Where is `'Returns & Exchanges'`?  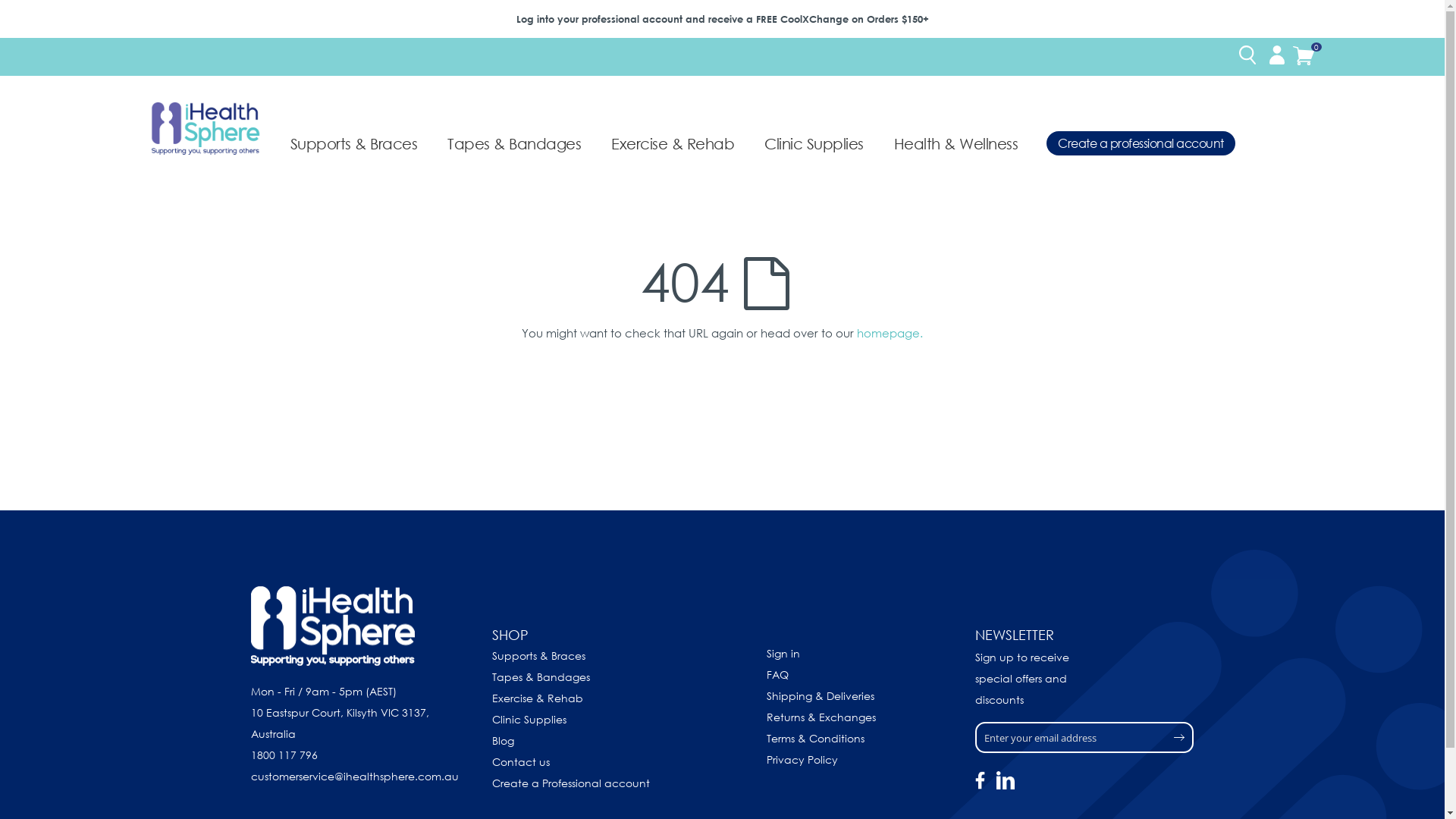
'Returns & Exchanges' is located at coordinates (821, 717).